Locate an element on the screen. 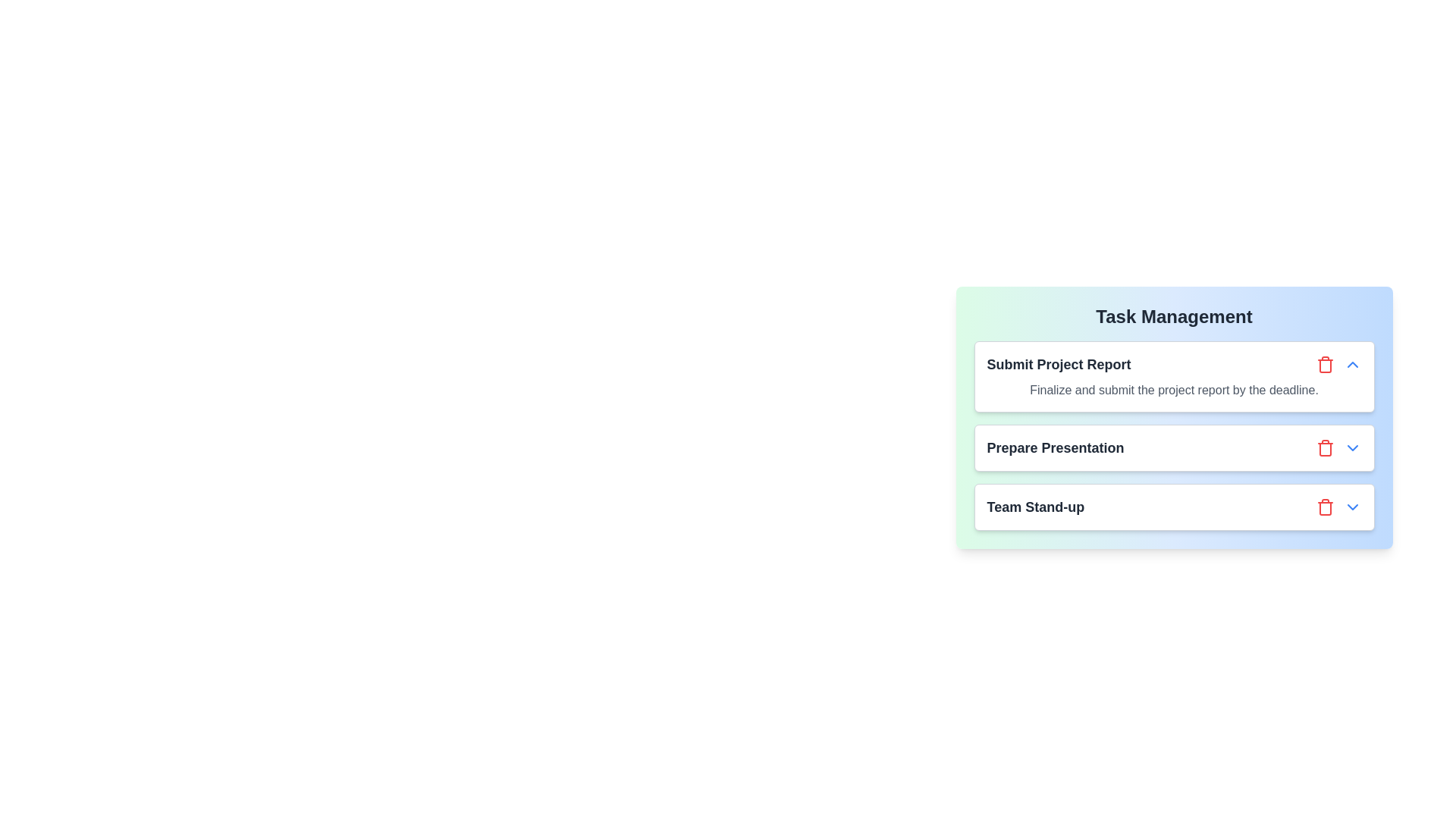  the text label indicating the name or description of a task, located in the 'Task Management' section, positioned between 'Submit Project Report' and 'Team Stand-up' is located at coordinates (1055, 447).